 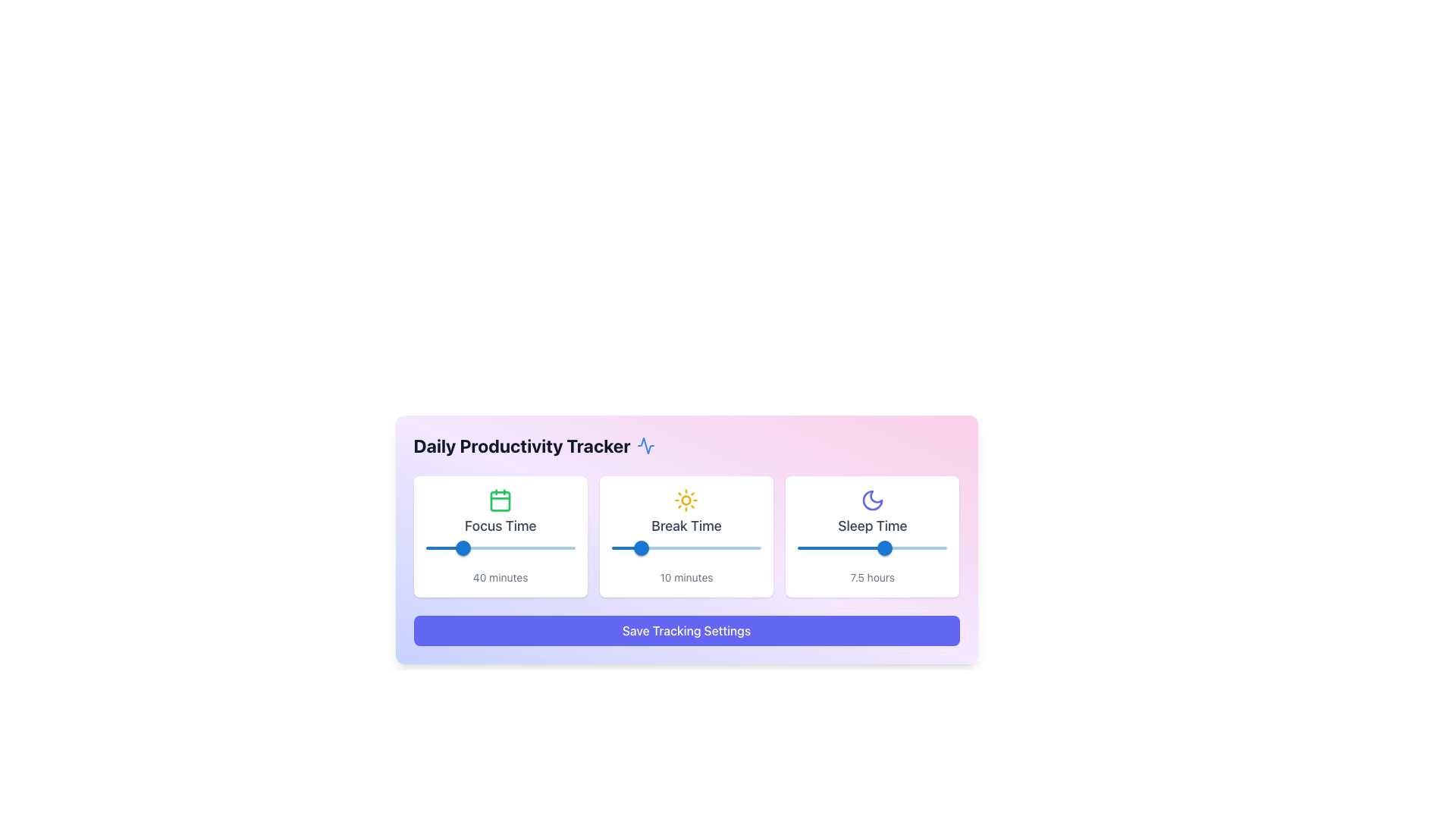 I want to click on the focus time, so click(x=491, y=548).